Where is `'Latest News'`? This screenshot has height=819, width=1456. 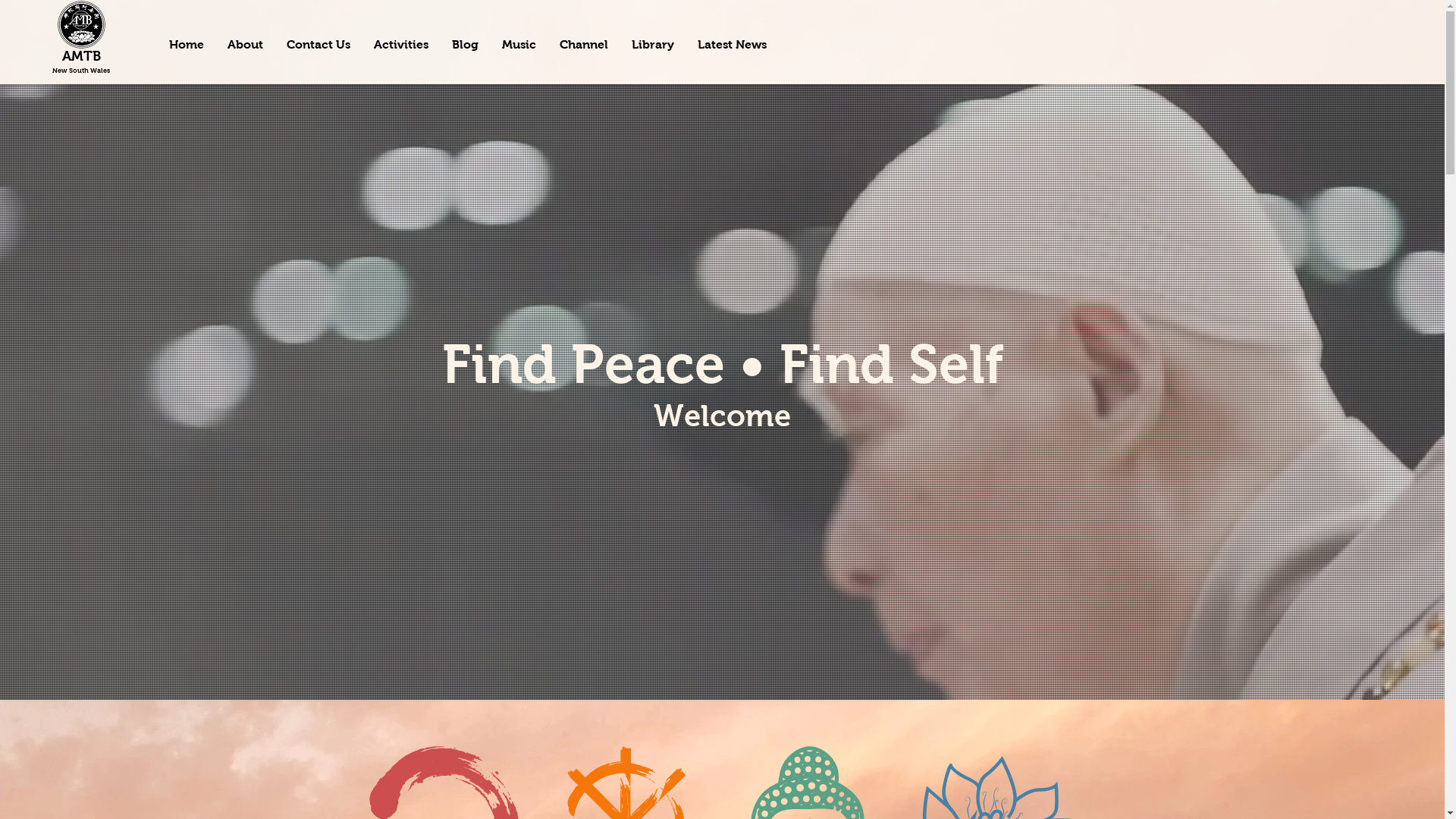 'Latest News' is located at coordinates (684, 43).